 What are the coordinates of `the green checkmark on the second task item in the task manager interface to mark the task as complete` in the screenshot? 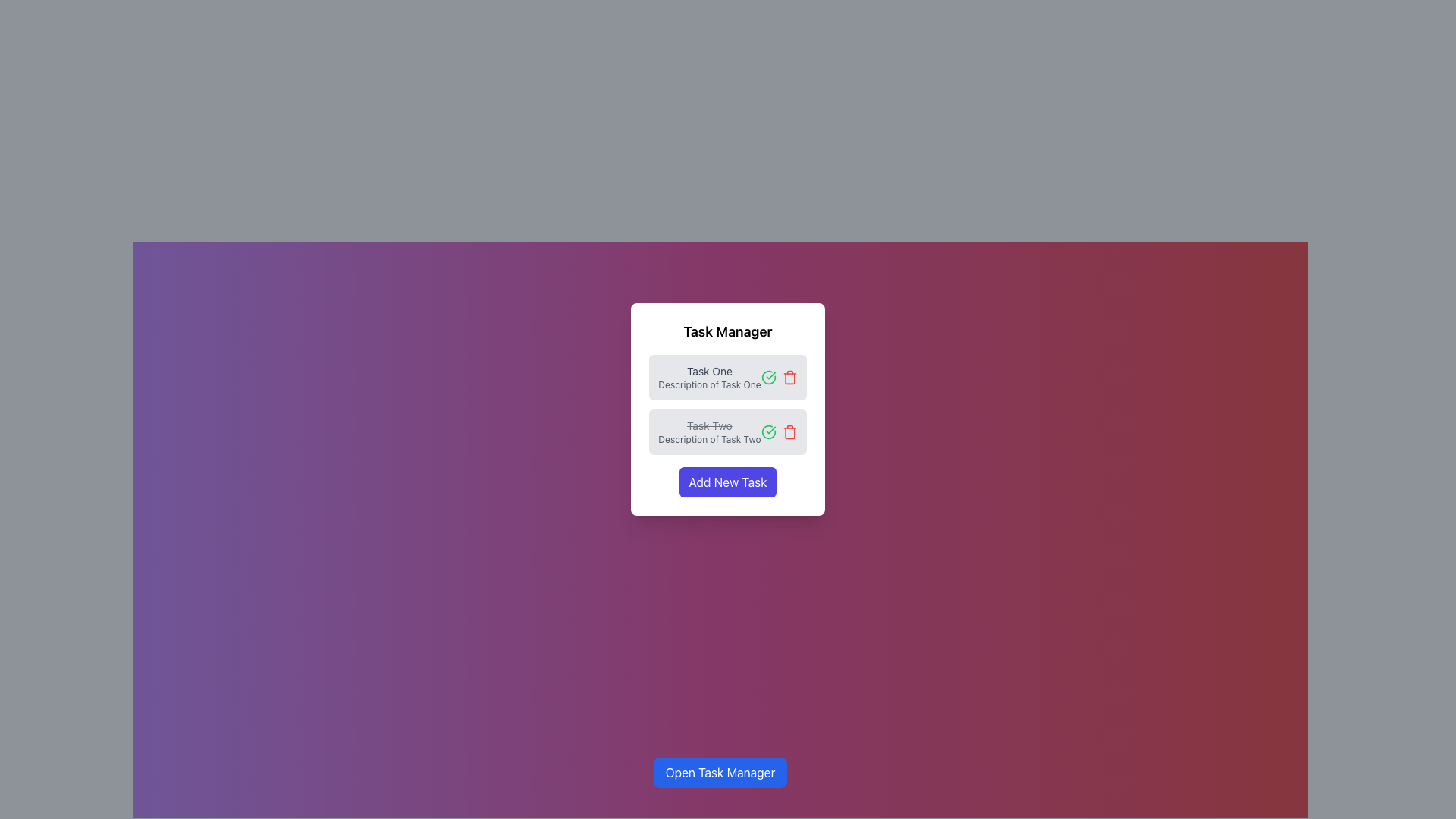 It's located at (728, 432).